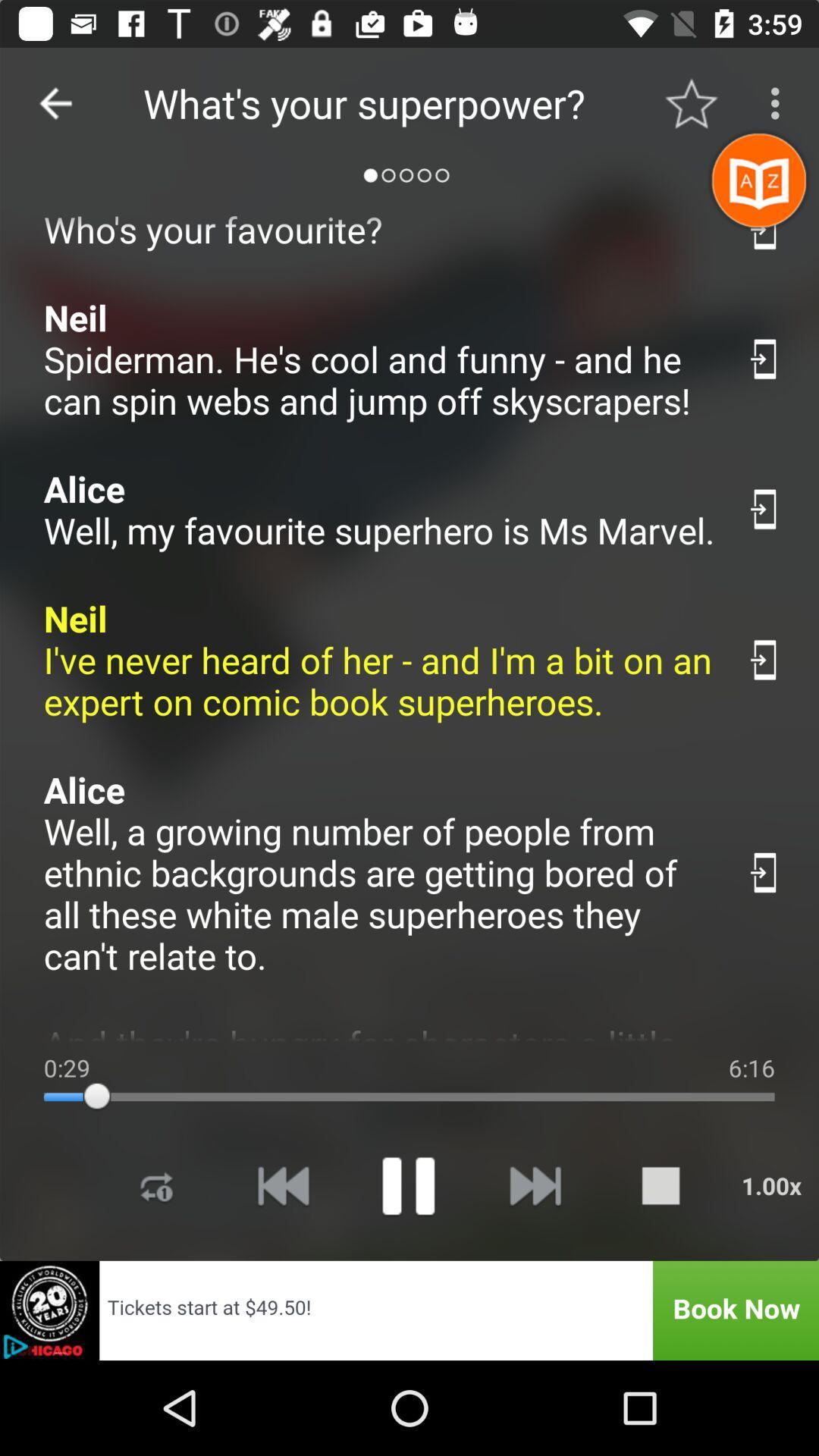 The image size is (819, 1456). Describe the element at coordinates (283, 1185) in the screenshot. I see `start audio over` at that location.